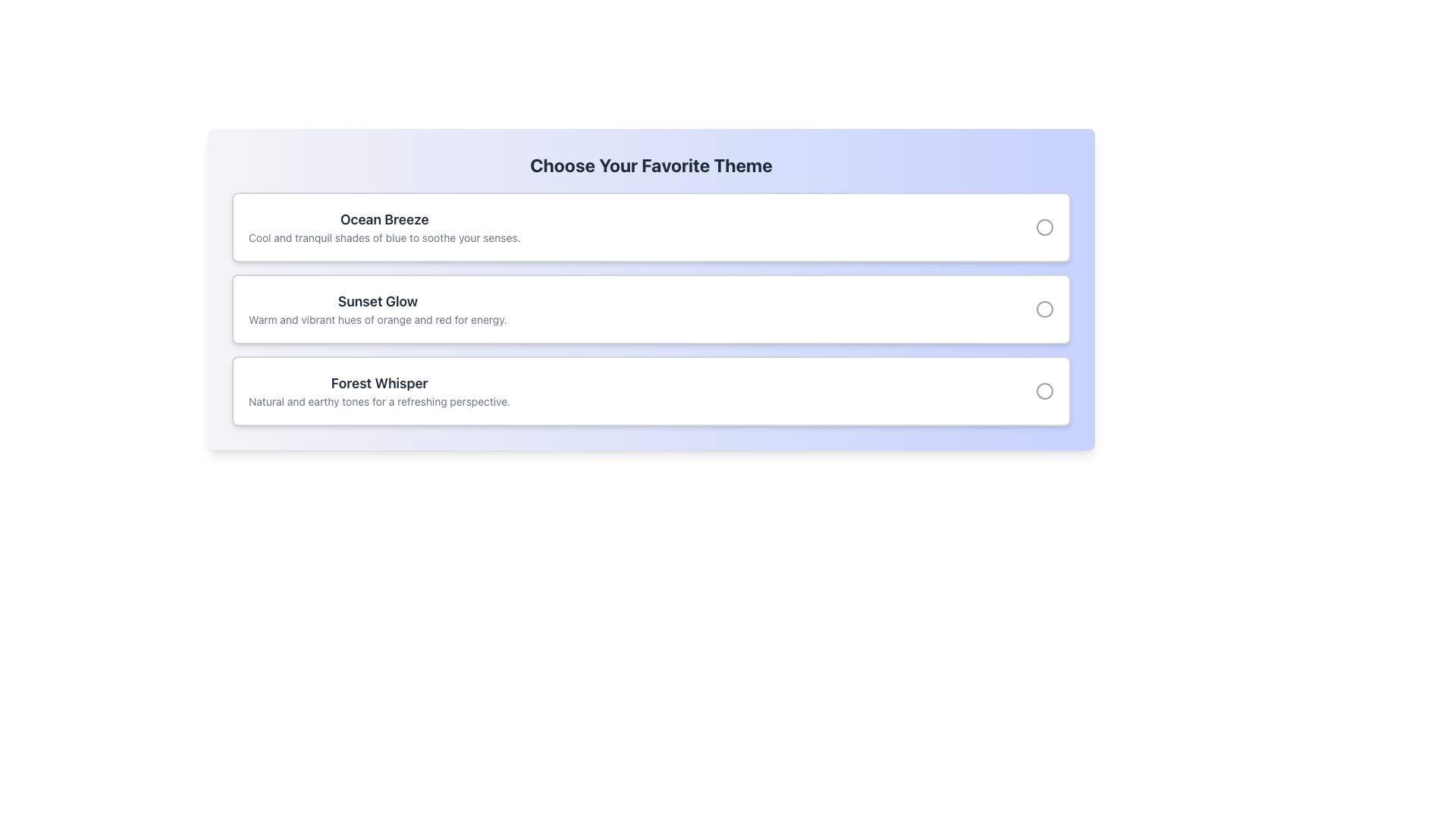  What do you see at coordinates (1043, 391) in the screenshot?
I see `SVG circle indicator positioned to the right of 'Forest Whisper' under the 'Choose Your Favorite Theme' section` at bounding box center [1043, 391].